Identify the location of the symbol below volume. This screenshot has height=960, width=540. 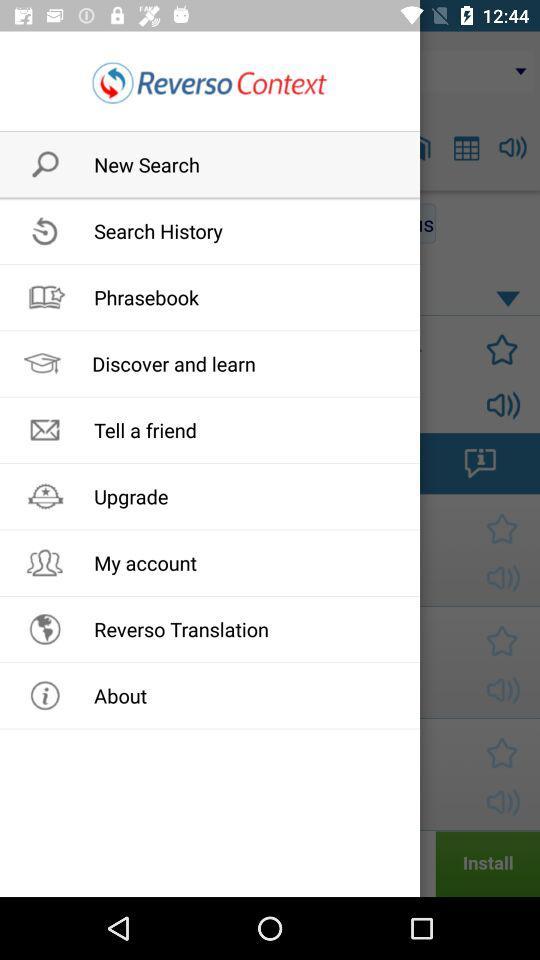
(479, 463).